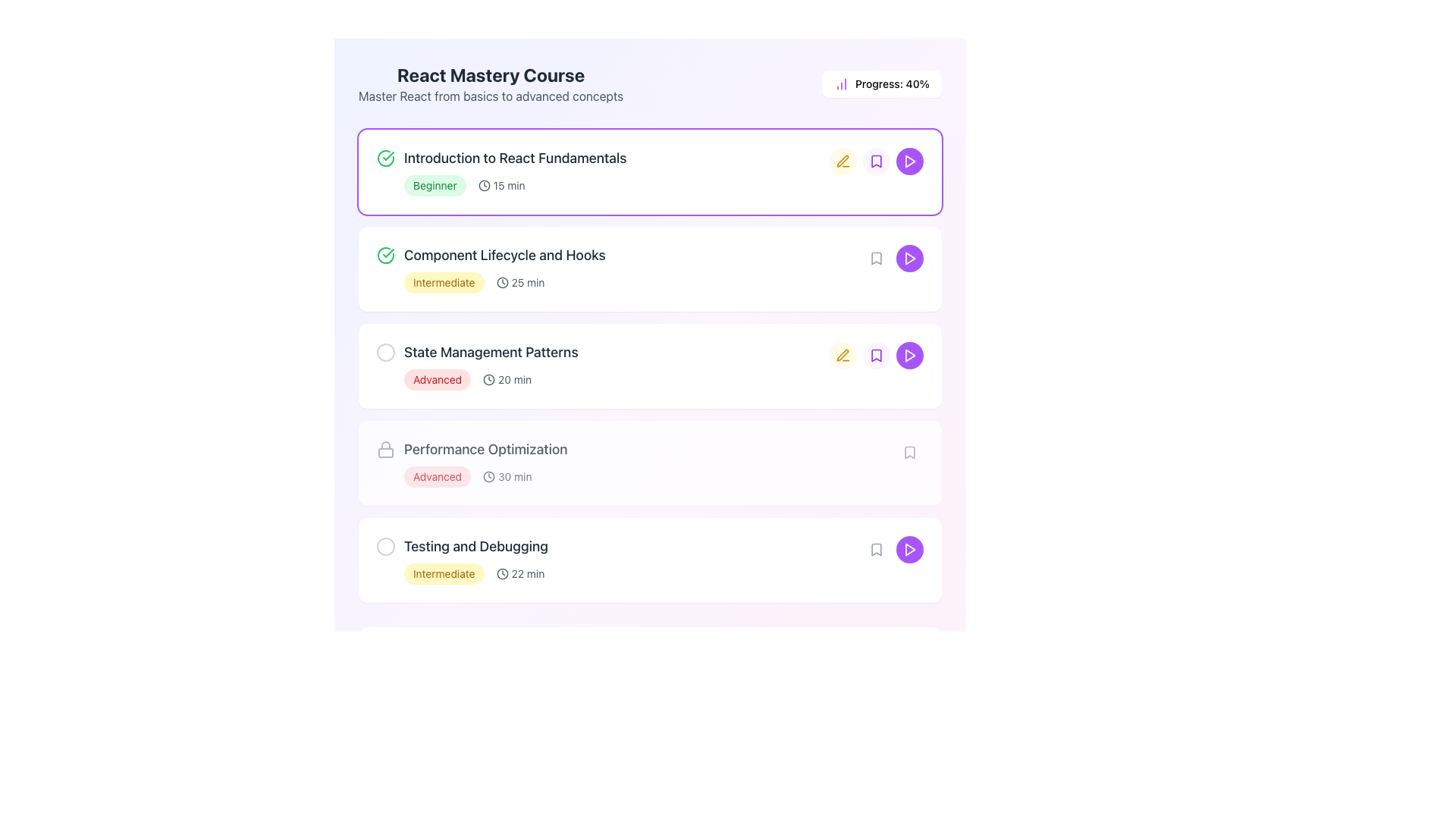 This screenshot has width=1456, height=819. I want to click on the Text Label with Icon that displays the title of the React course module 'Component Lifecycle and Hooks', which is located under the 'Introduction to React Fundamentals' module and above the 'State Management Patterns' module, so click(620, 254).